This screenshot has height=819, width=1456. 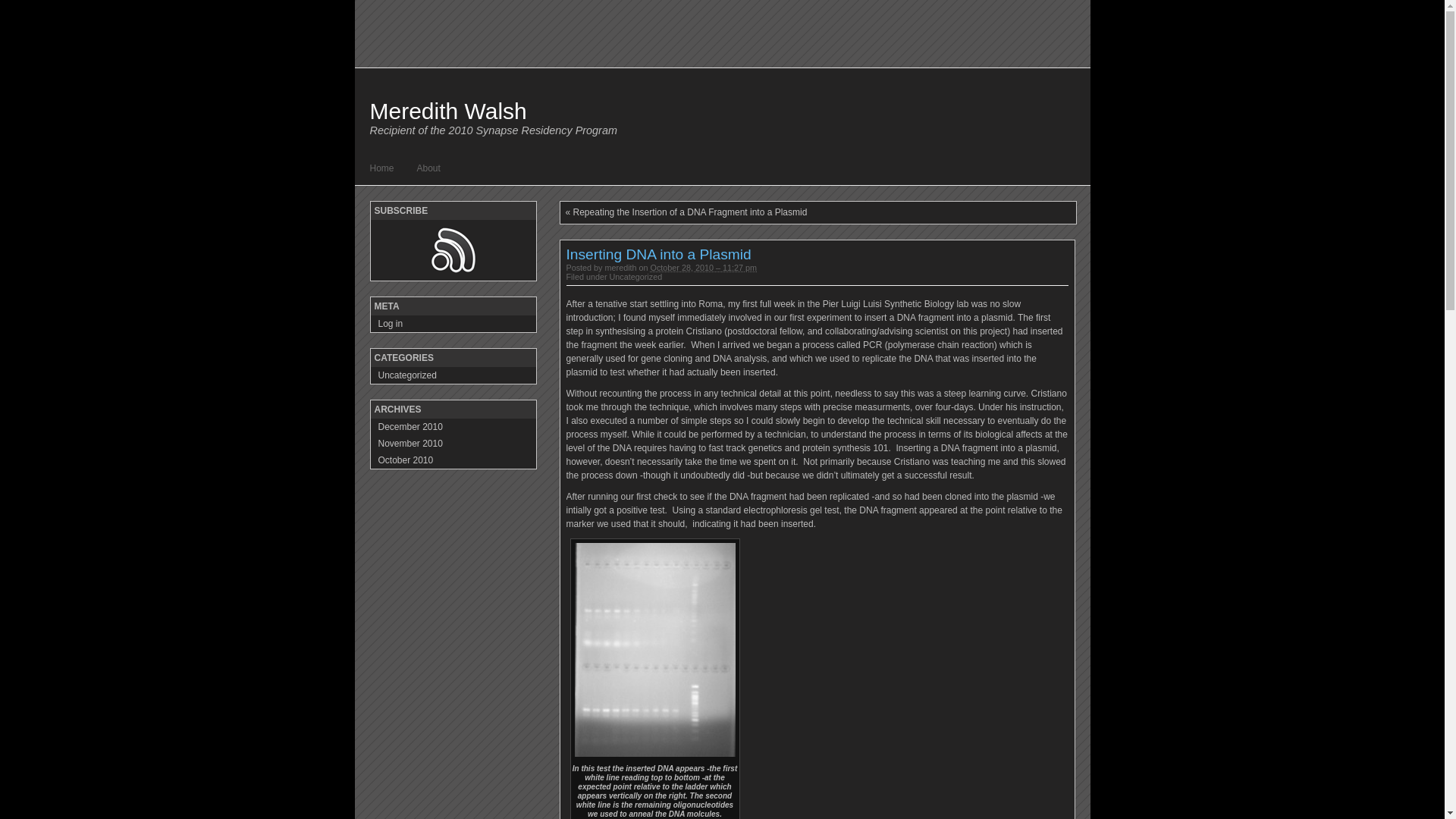 I want to click on 'meredith', so click(x=621, y=267).